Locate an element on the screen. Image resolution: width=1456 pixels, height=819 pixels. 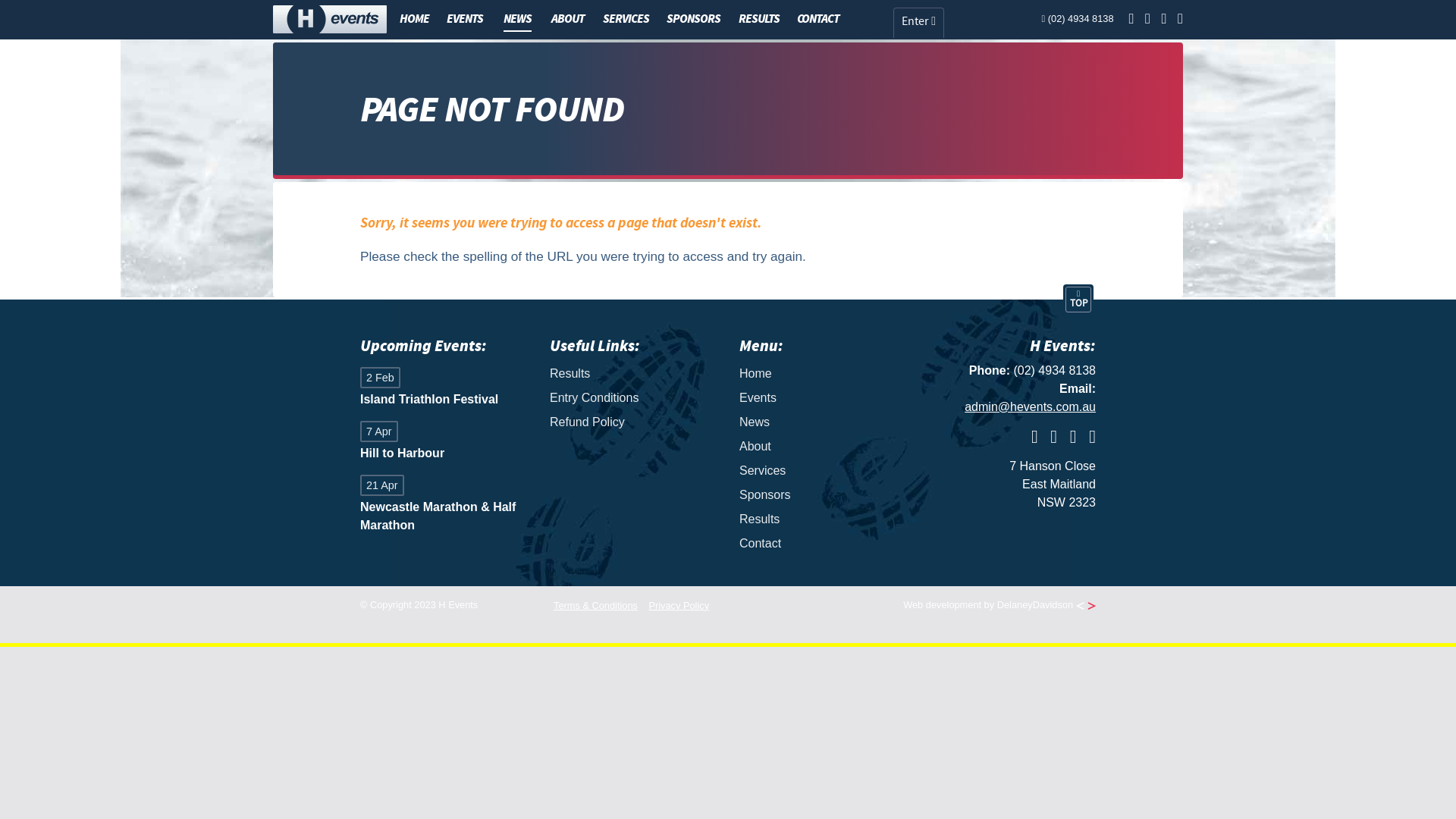
'Contact' is located at coordinates (821, 543).